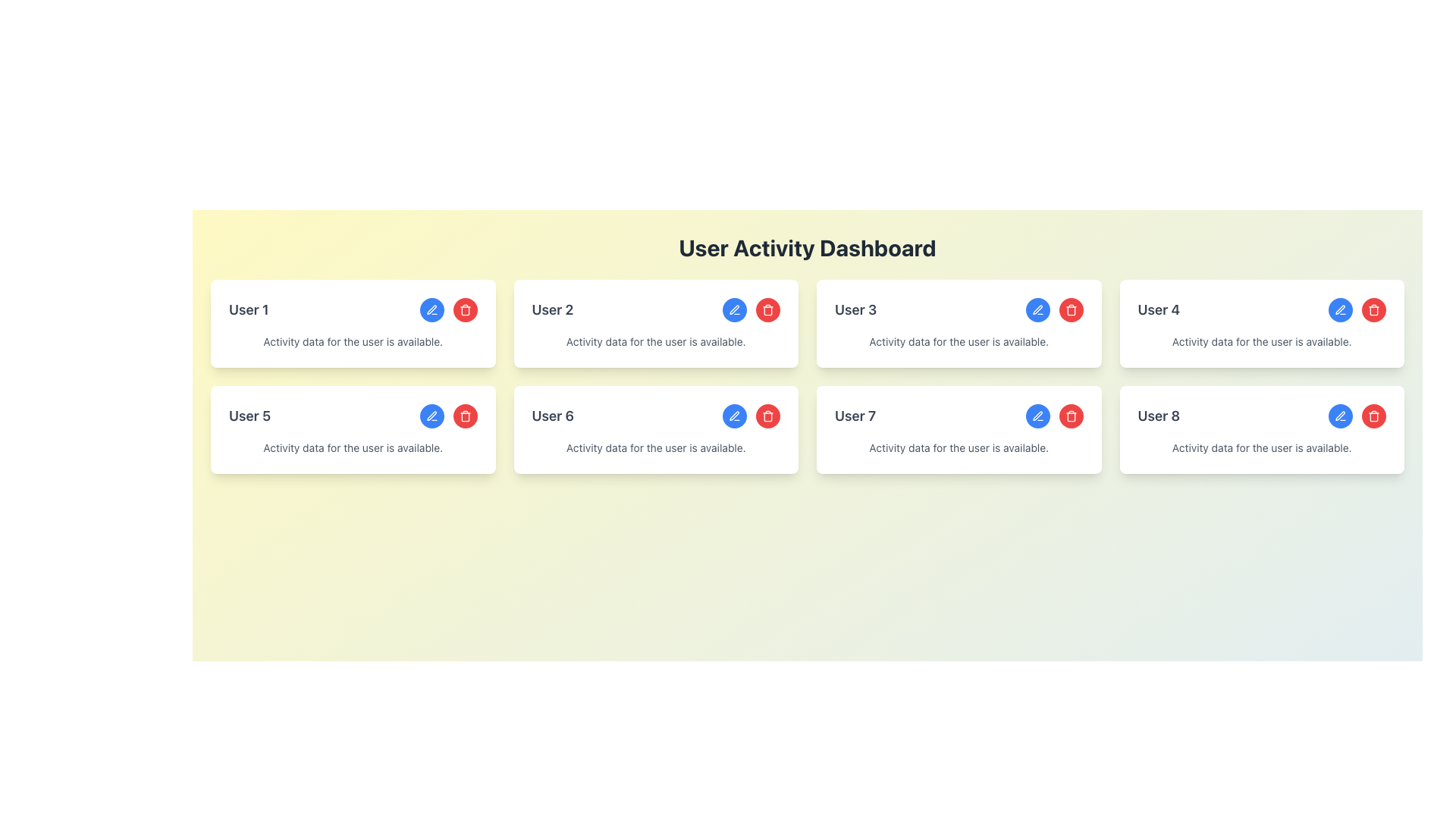  What do you see at coordinates (447, 416) in the screenshot?
I see `the blue edit button located in the horizontal button group to the right of 'User 5'` at bounding box center [447, 416].